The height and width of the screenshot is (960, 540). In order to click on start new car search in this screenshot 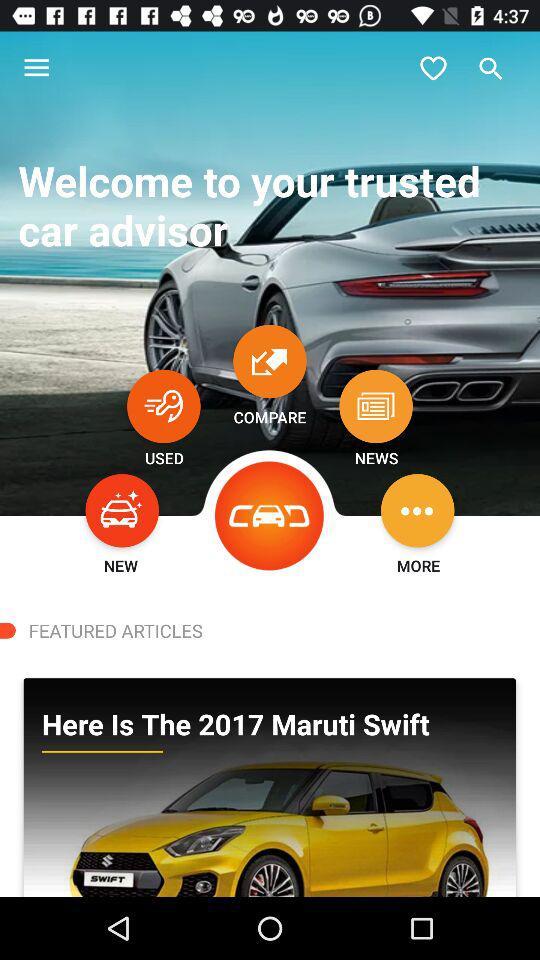, I will do `click(122, 509)`.